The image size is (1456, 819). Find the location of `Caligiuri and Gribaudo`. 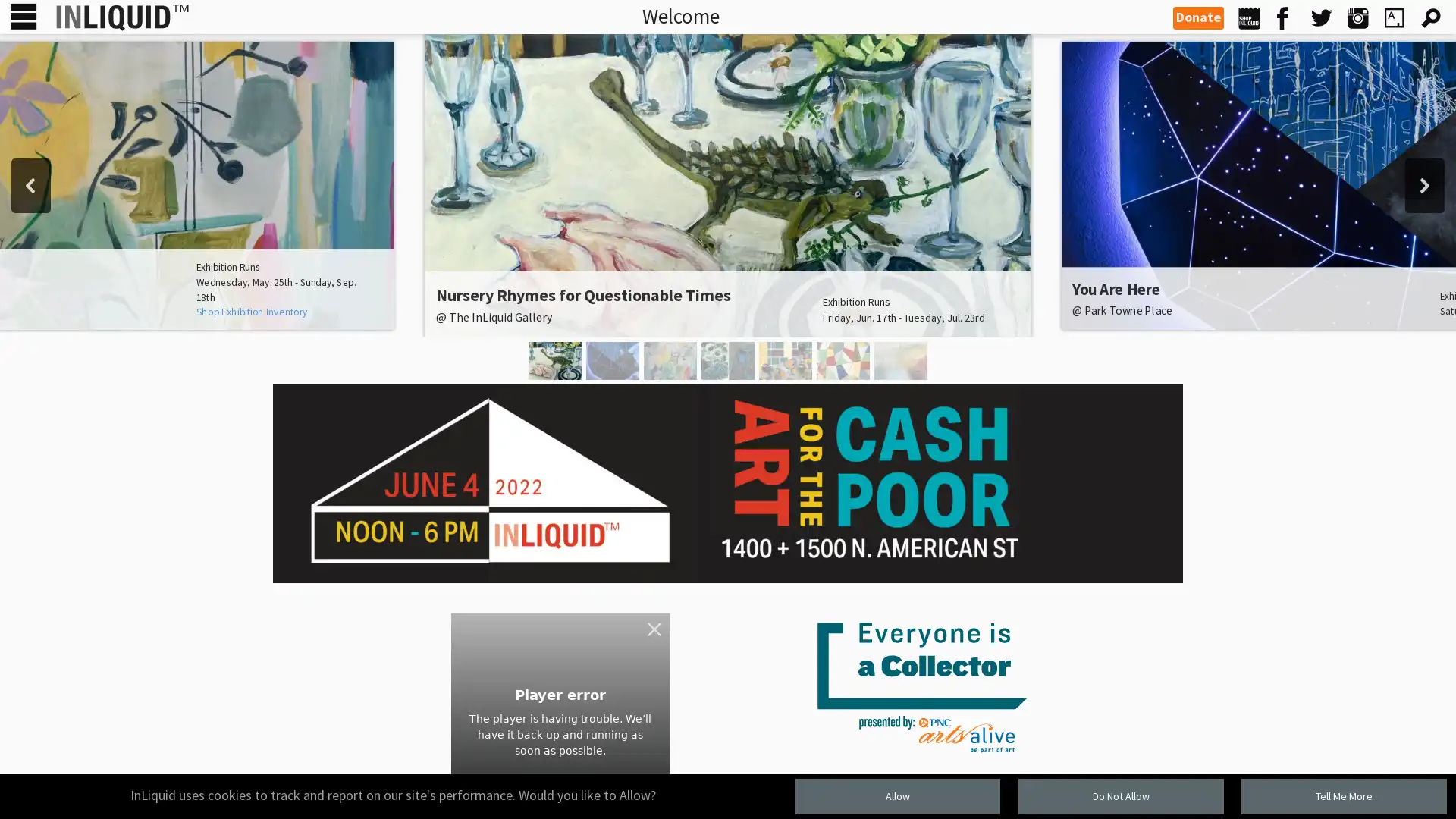

Caligiuri and Gribaudo is located at coordinates (843, 360).